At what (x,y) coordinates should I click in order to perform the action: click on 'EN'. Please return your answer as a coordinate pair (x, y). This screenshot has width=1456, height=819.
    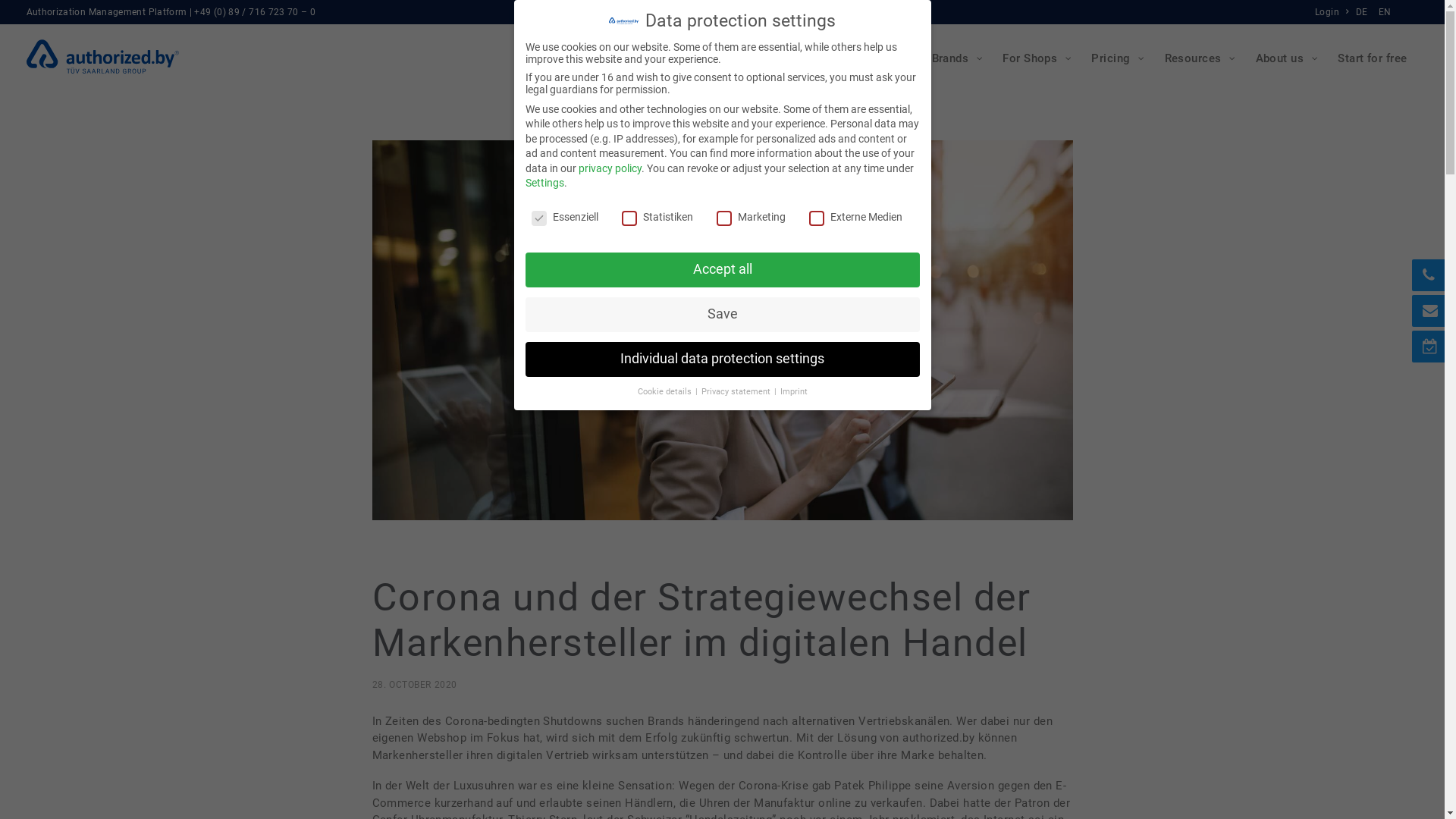
    Looking at the image, I should click on (1383, 11).